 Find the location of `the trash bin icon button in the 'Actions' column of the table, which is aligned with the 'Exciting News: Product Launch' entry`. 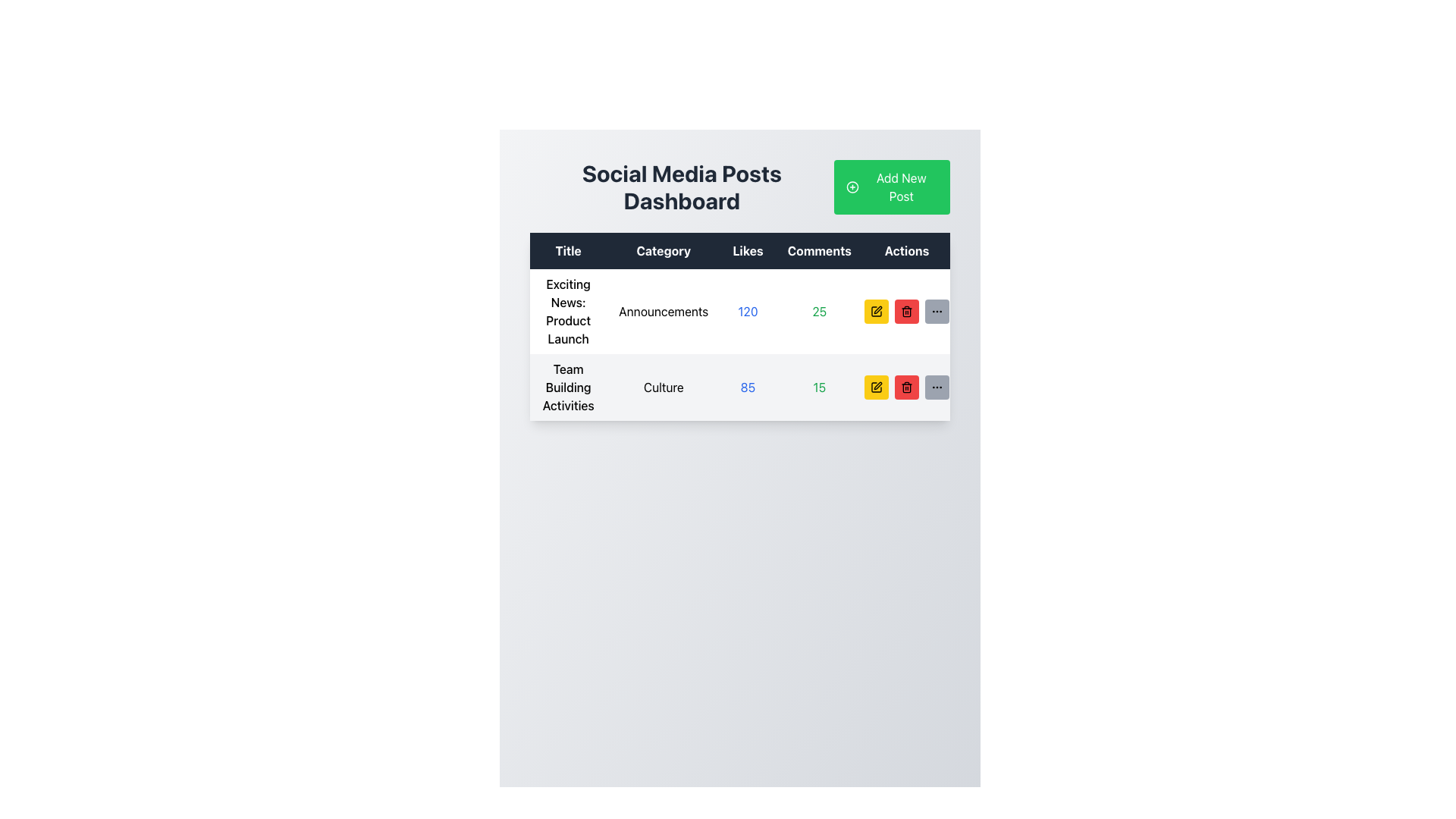

the trash bin icon button in the 'Actions' column of the table, which is aligned with the 'Exciting News: Product Launch' entry is located at coordinates (906, 311).